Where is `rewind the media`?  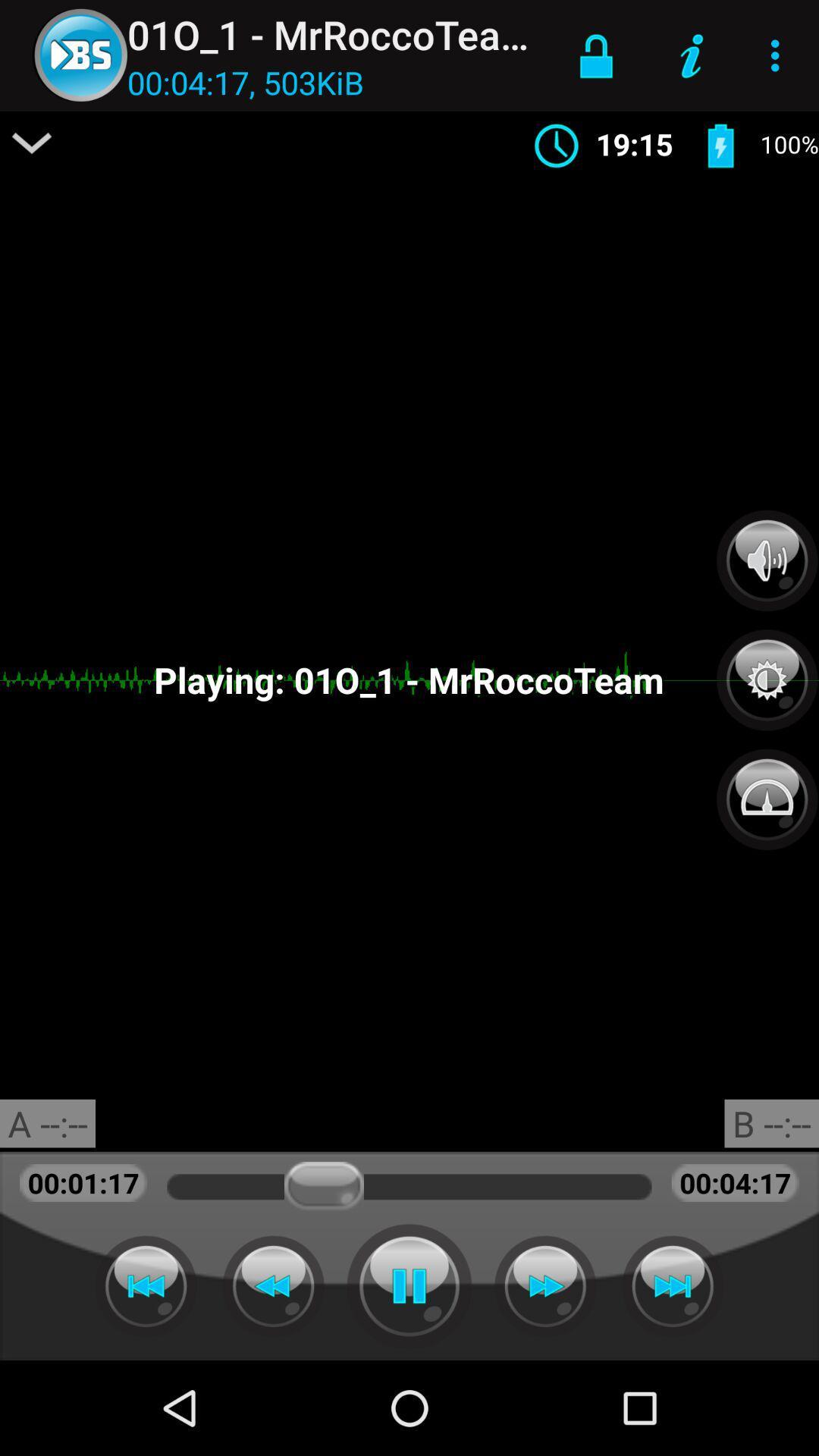
rewind the media is located at coordinates (146, 1285).